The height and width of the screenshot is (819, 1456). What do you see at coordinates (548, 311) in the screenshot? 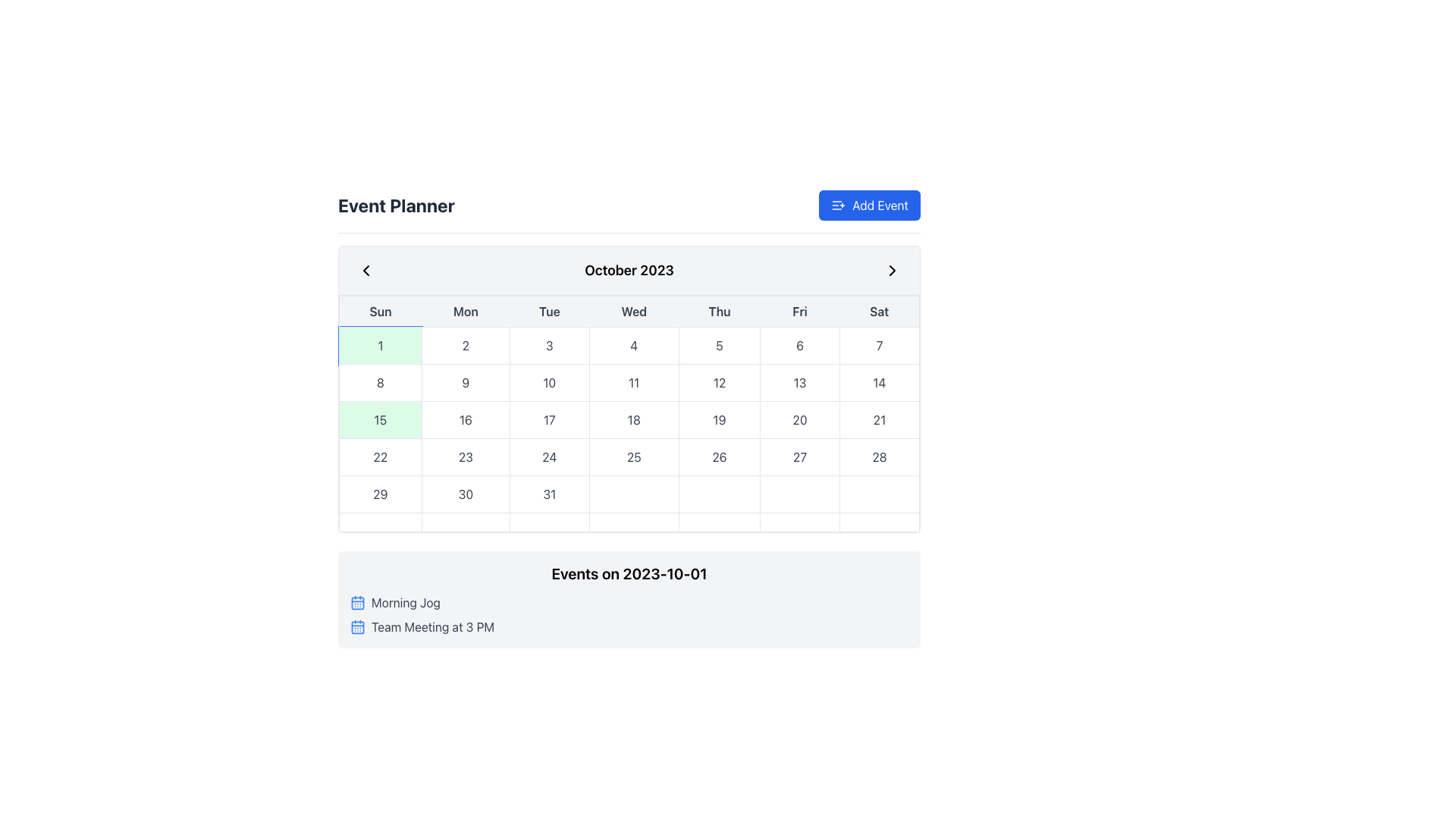
I see `the Text Label indicating Tuesday in the day row of the calendar interface, which is the third item in a horizontal list of day labels` at bounding box center [548, 311].